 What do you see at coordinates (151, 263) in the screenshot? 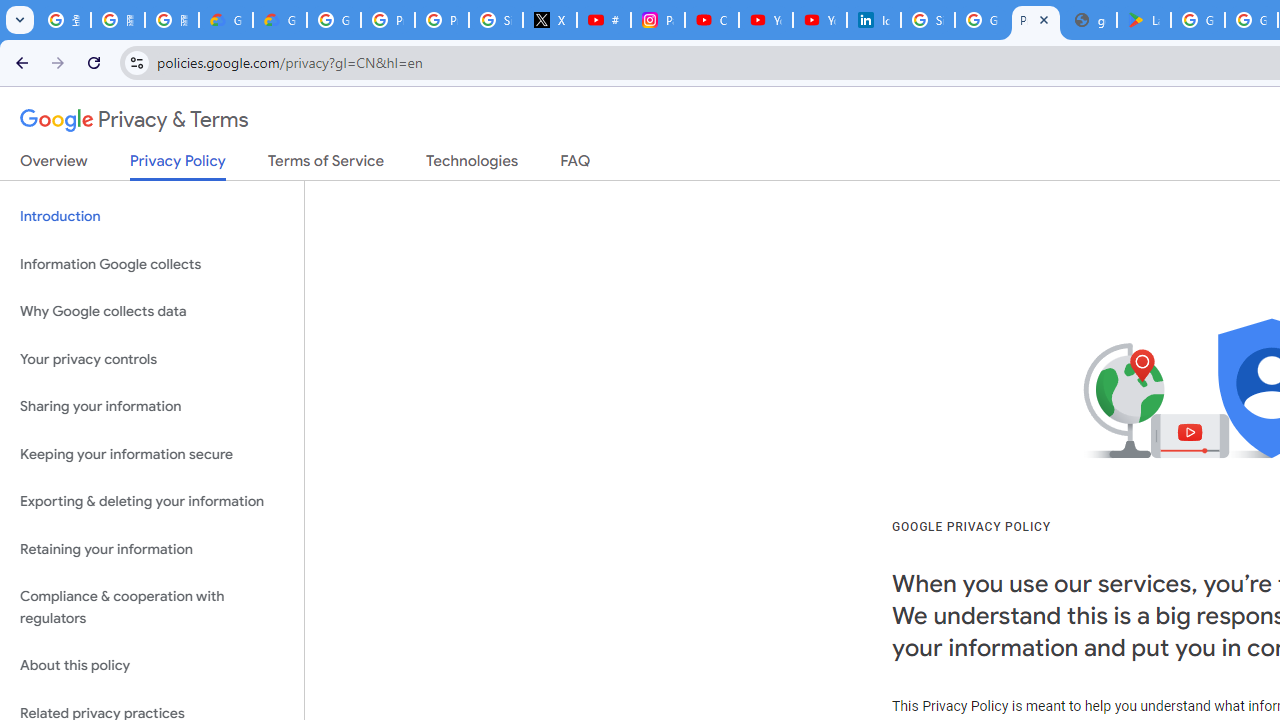
I see `'Information Google collects'` at bounding box center [151, 263].